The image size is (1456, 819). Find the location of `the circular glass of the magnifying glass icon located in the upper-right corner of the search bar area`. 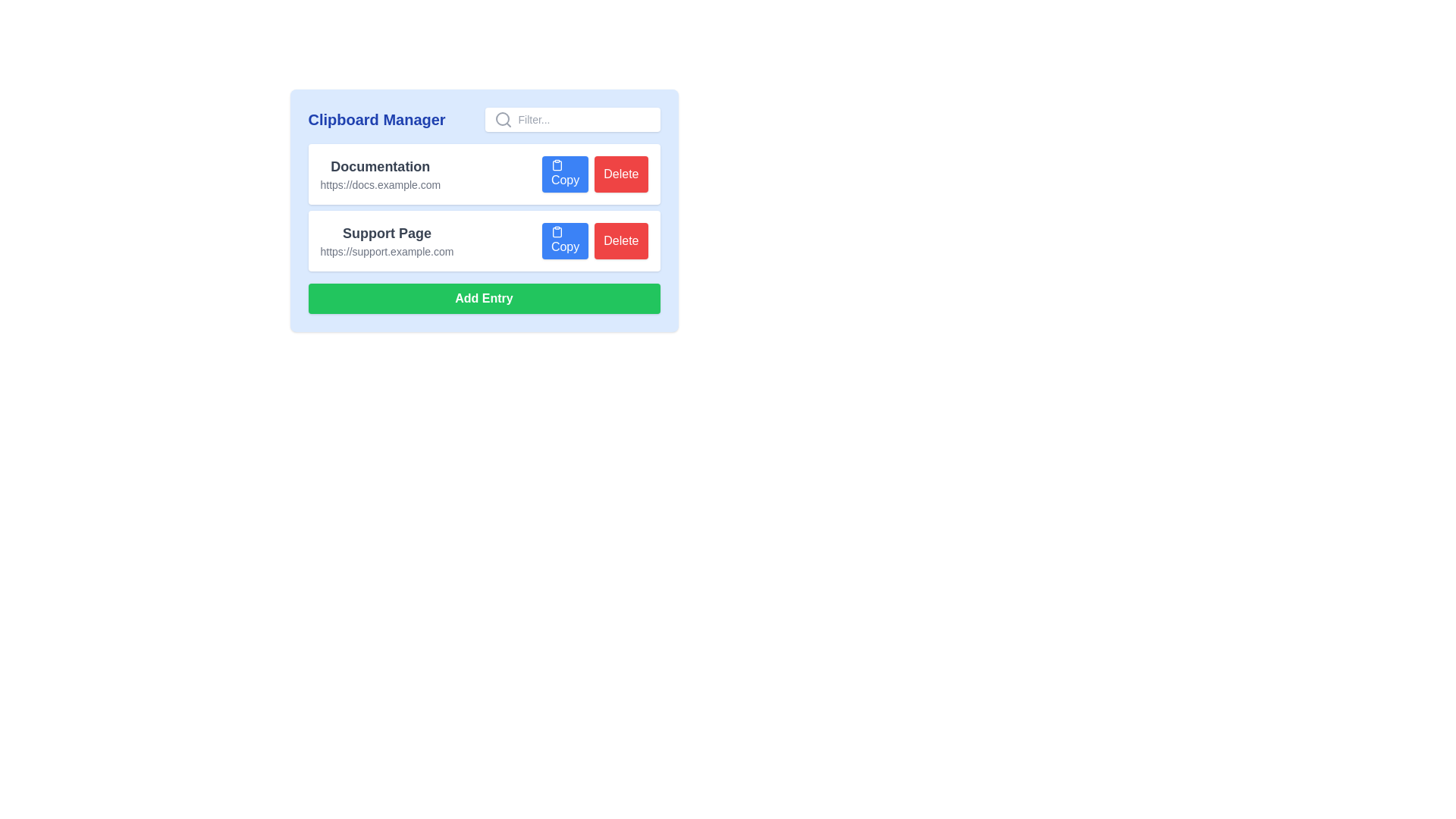

the circular glass of the magnifying glass icon located in the upper-right corner of the search bar area is located at coordinates (502, 118).